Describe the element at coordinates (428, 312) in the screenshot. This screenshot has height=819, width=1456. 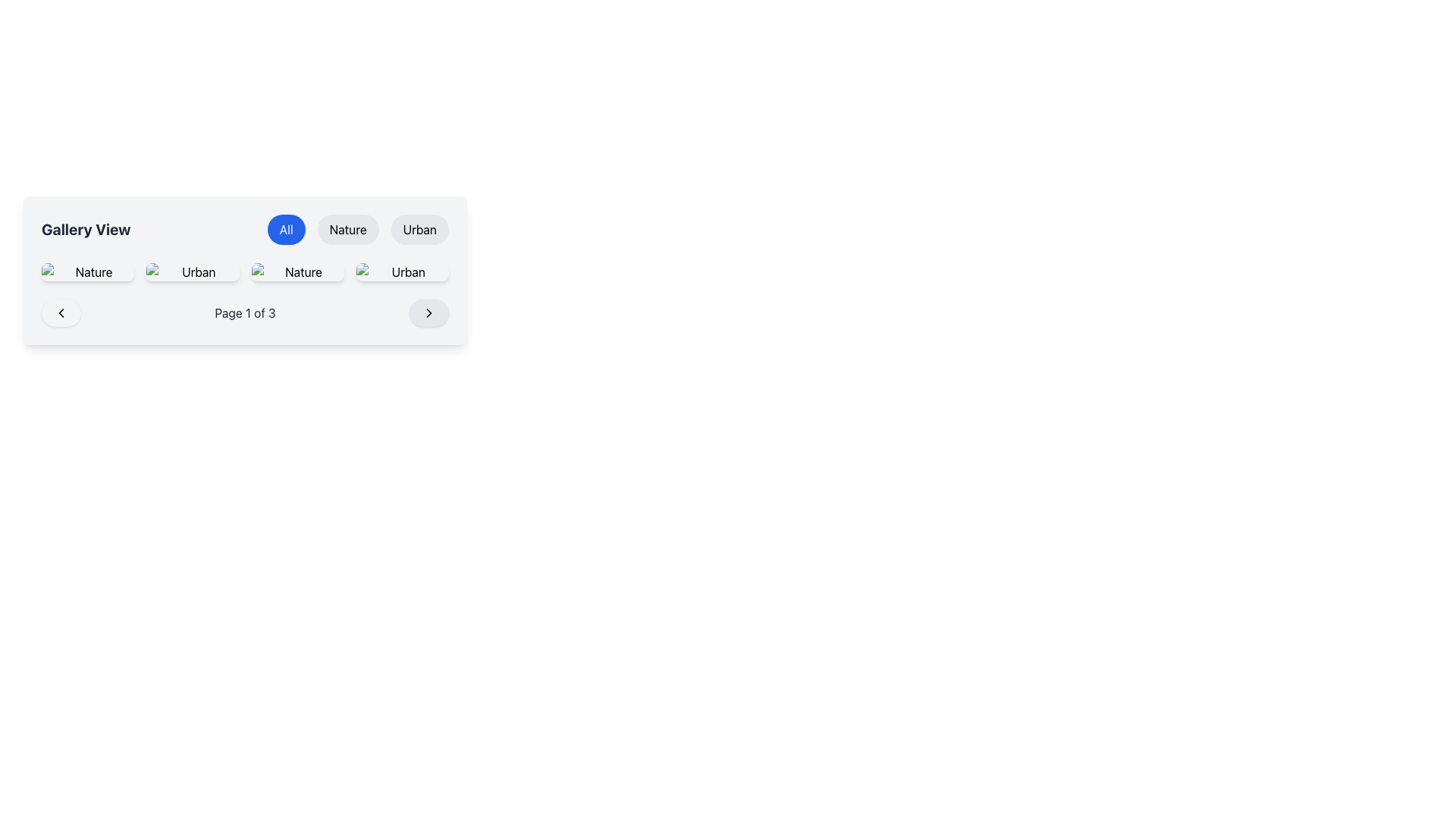
I see `the circular button with a gray background and a right-facing black arrow icon to proceed to the next page` at that location.